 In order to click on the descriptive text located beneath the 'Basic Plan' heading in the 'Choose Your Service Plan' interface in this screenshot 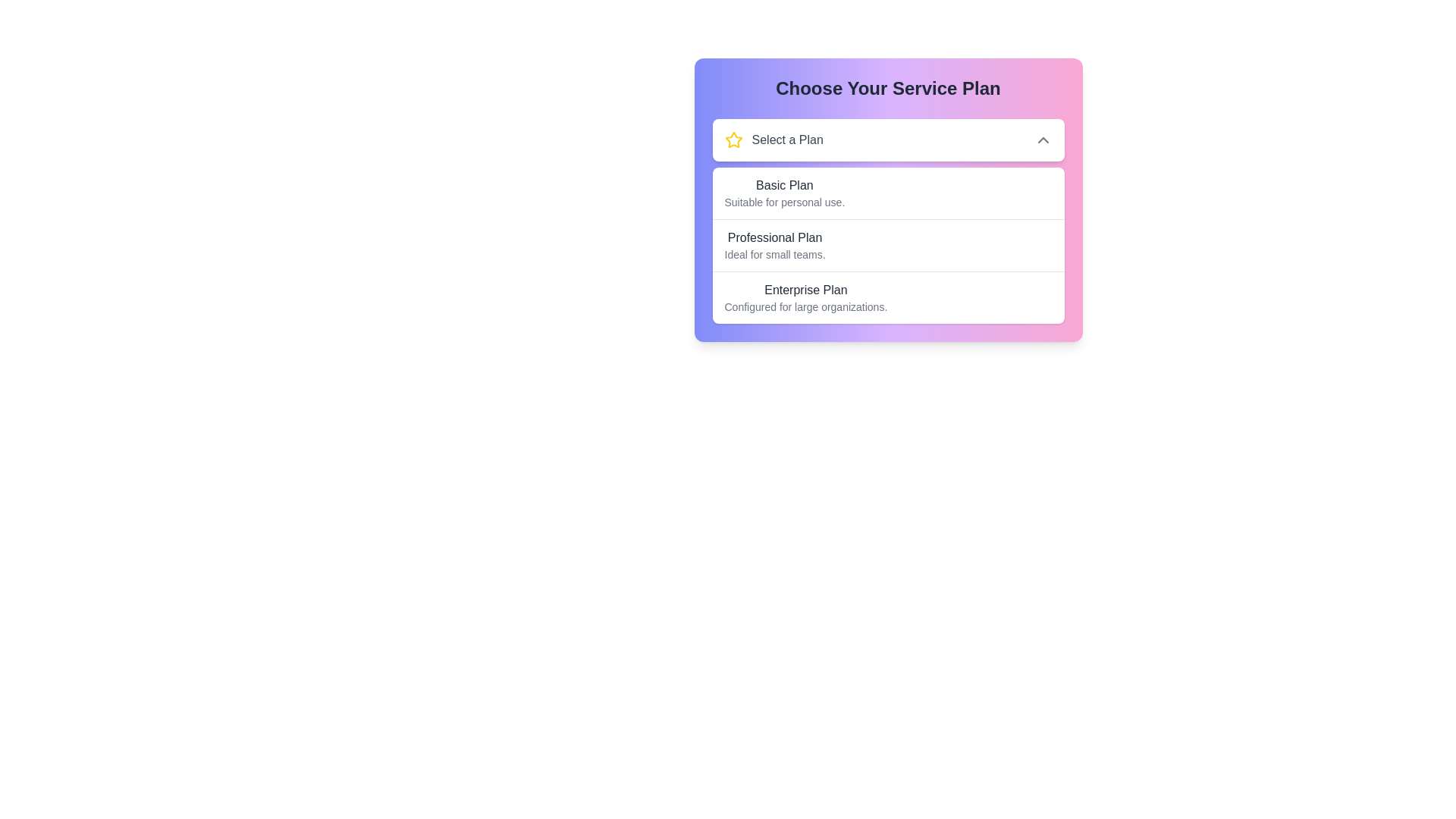, I will do `click(784, 201)`.